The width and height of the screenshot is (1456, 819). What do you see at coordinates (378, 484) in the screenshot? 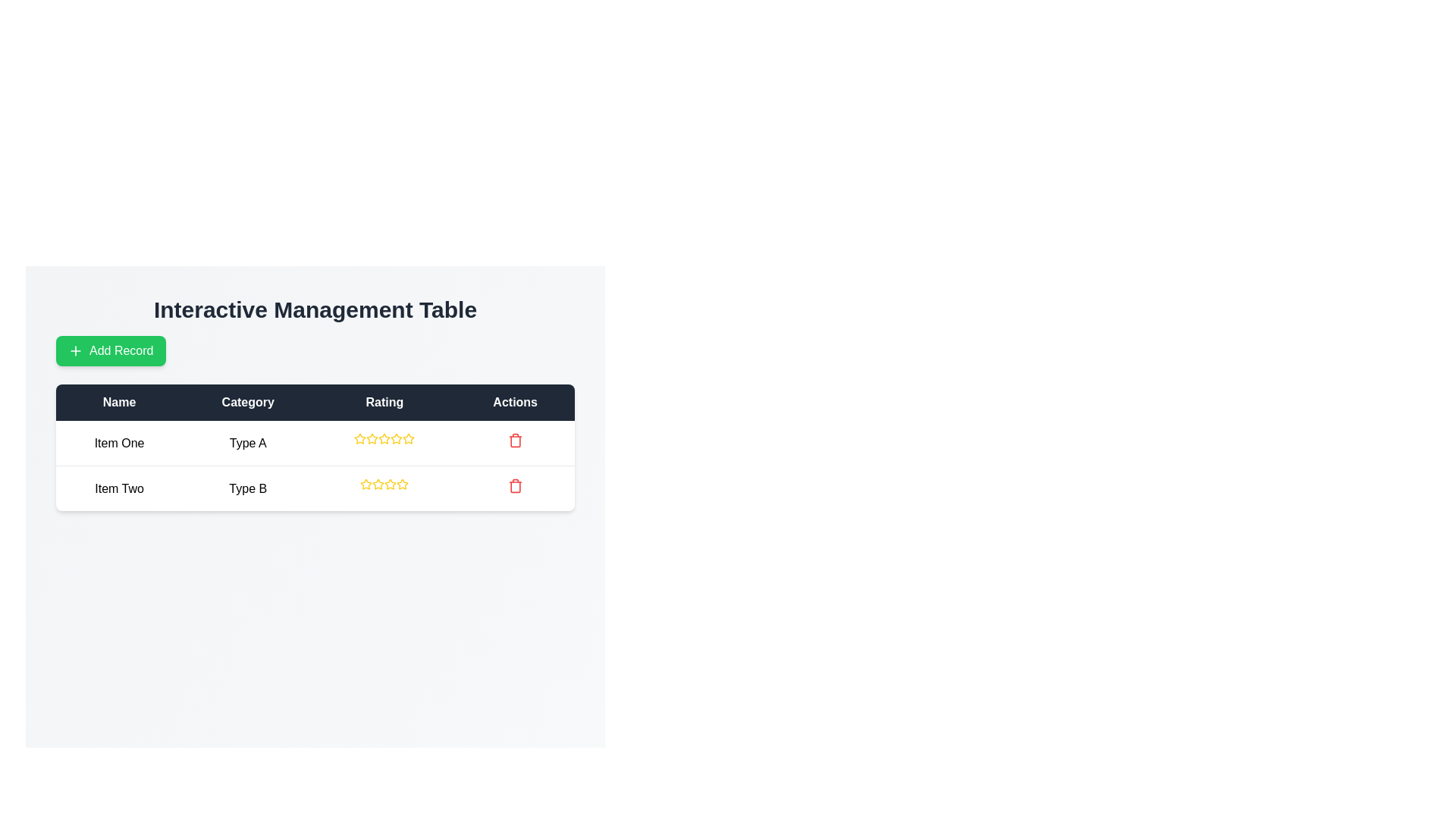
I see `the second star icon in the rating system for 'Item Two', which is filled with yellow and has sharp edges` at bounding box center [378, 484].